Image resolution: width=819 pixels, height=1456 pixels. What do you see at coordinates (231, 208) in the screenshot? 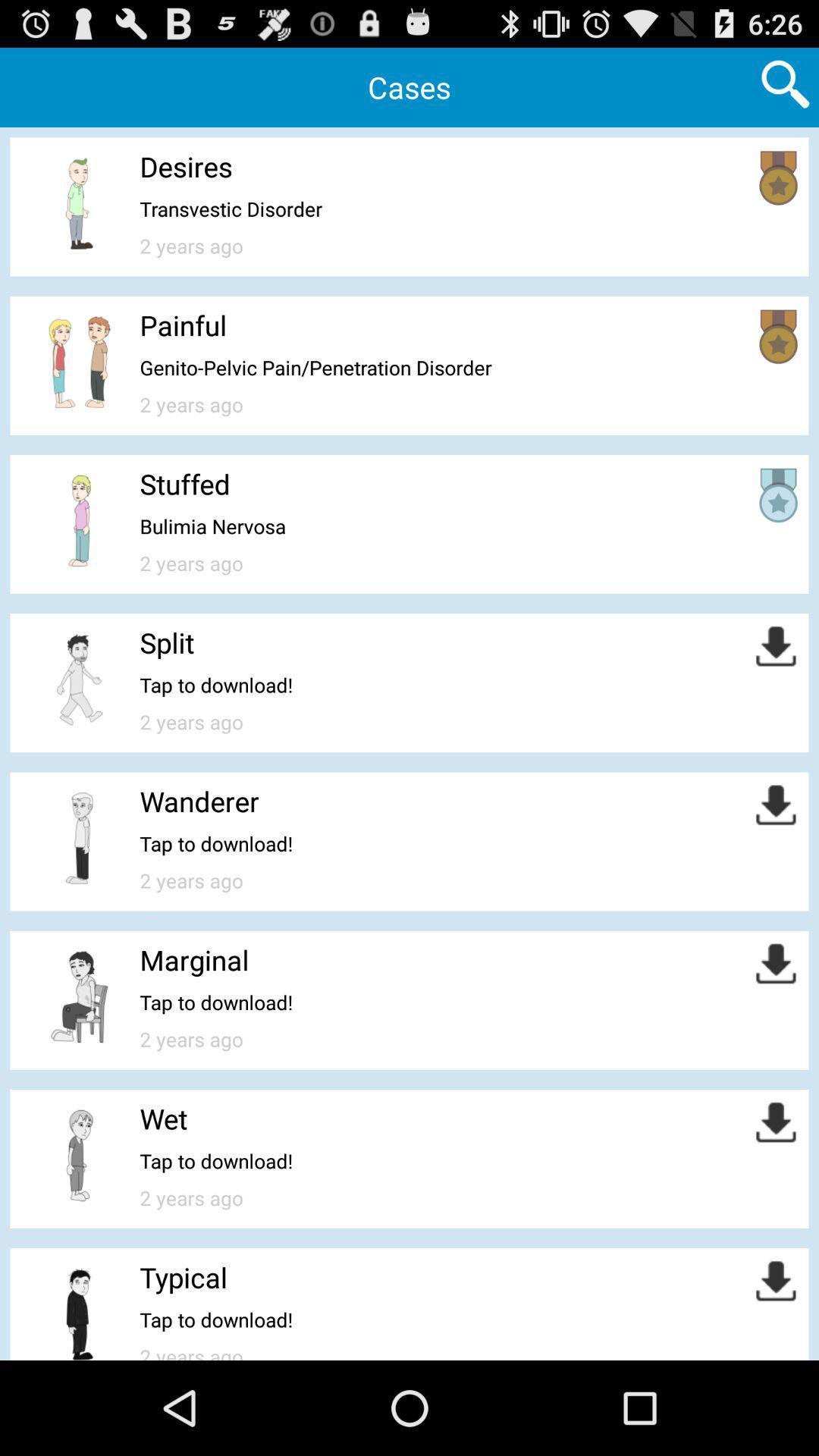
I see `icon above 2 years ago icon` at bounding box center [231, 208].